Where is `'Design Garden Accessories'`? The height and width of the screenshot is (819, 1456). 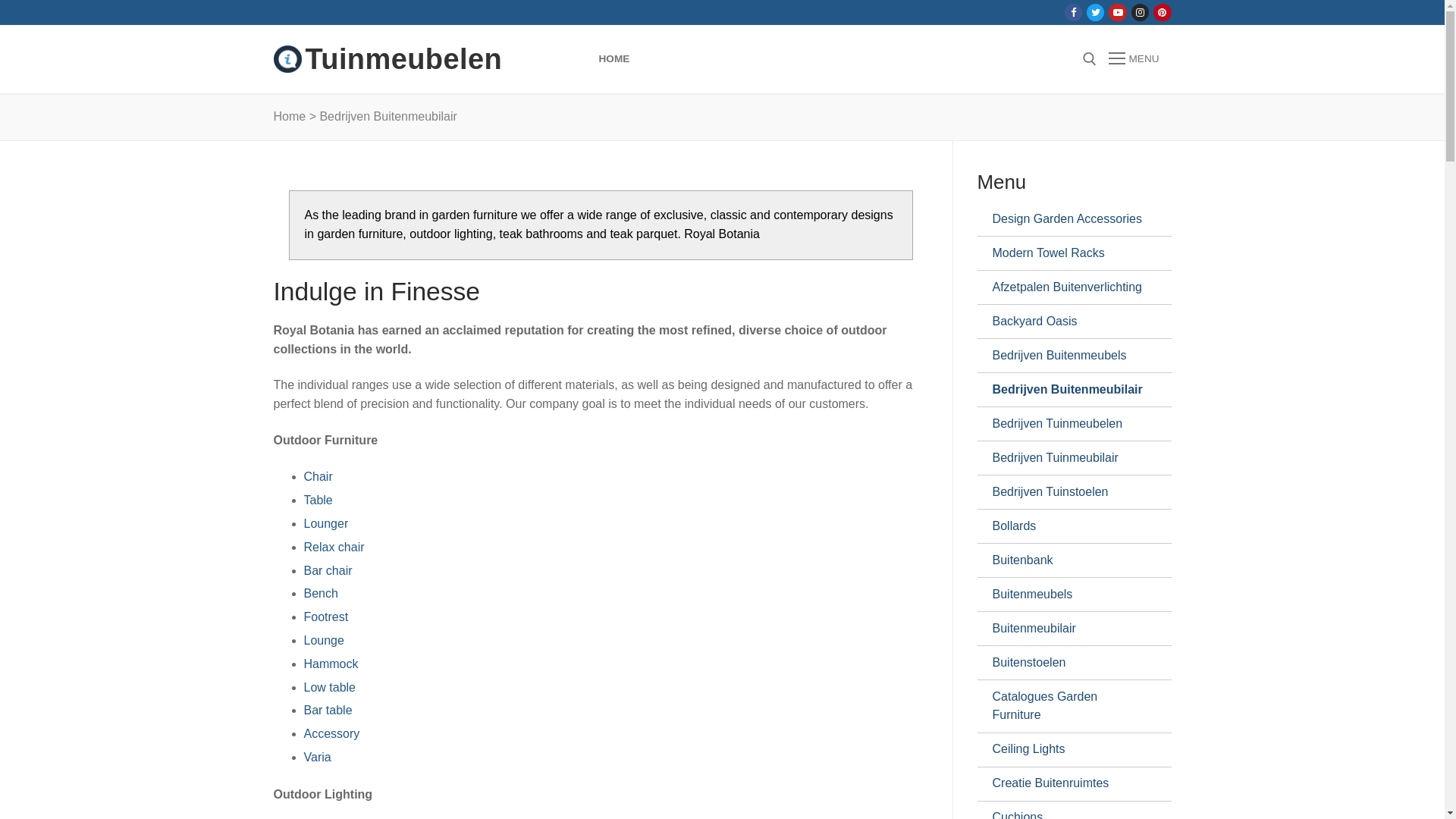
'Design Garden Accessories' is located at coordinates (1066, 219).